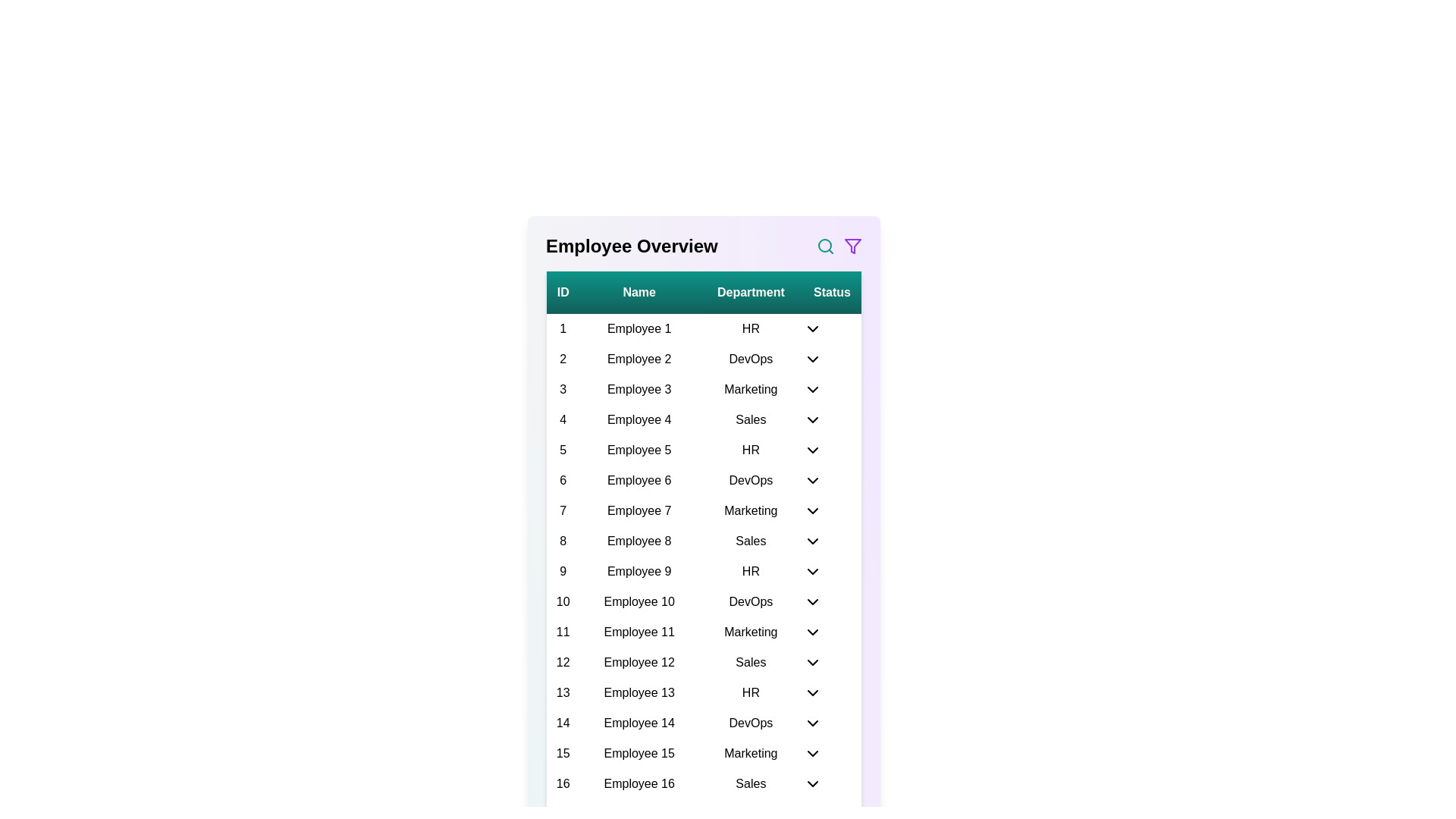 The height and width of the screenshot is (819, 1456). Describe the element at coordinates (639, 292) in the screenshot. I see `the Name header to sort the table data` at that location.